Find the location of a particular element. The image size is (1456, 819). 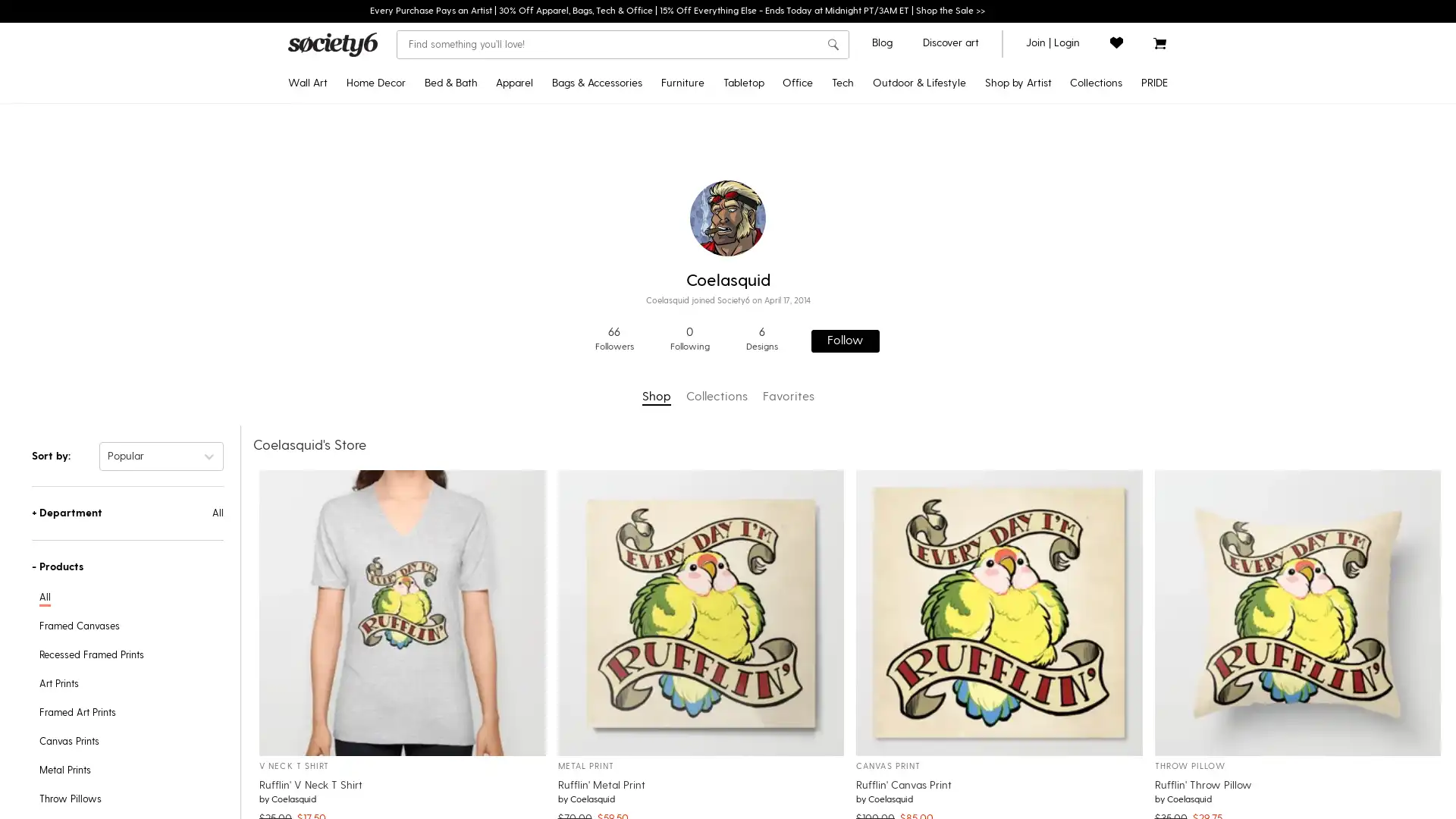

Pride MonthNEW is located at coordinates (1040, 121).